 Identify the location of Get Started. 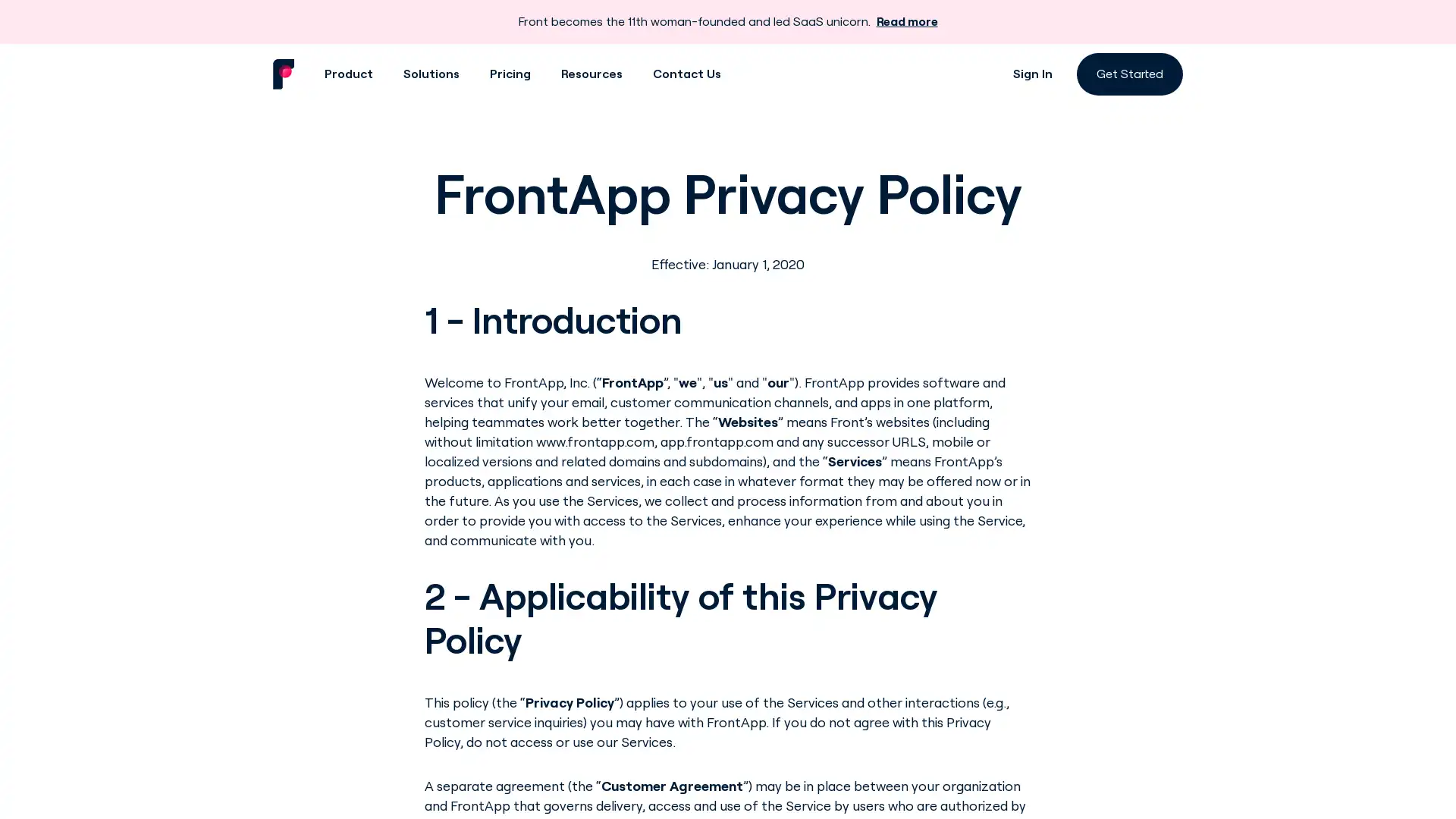
(1129, 74).